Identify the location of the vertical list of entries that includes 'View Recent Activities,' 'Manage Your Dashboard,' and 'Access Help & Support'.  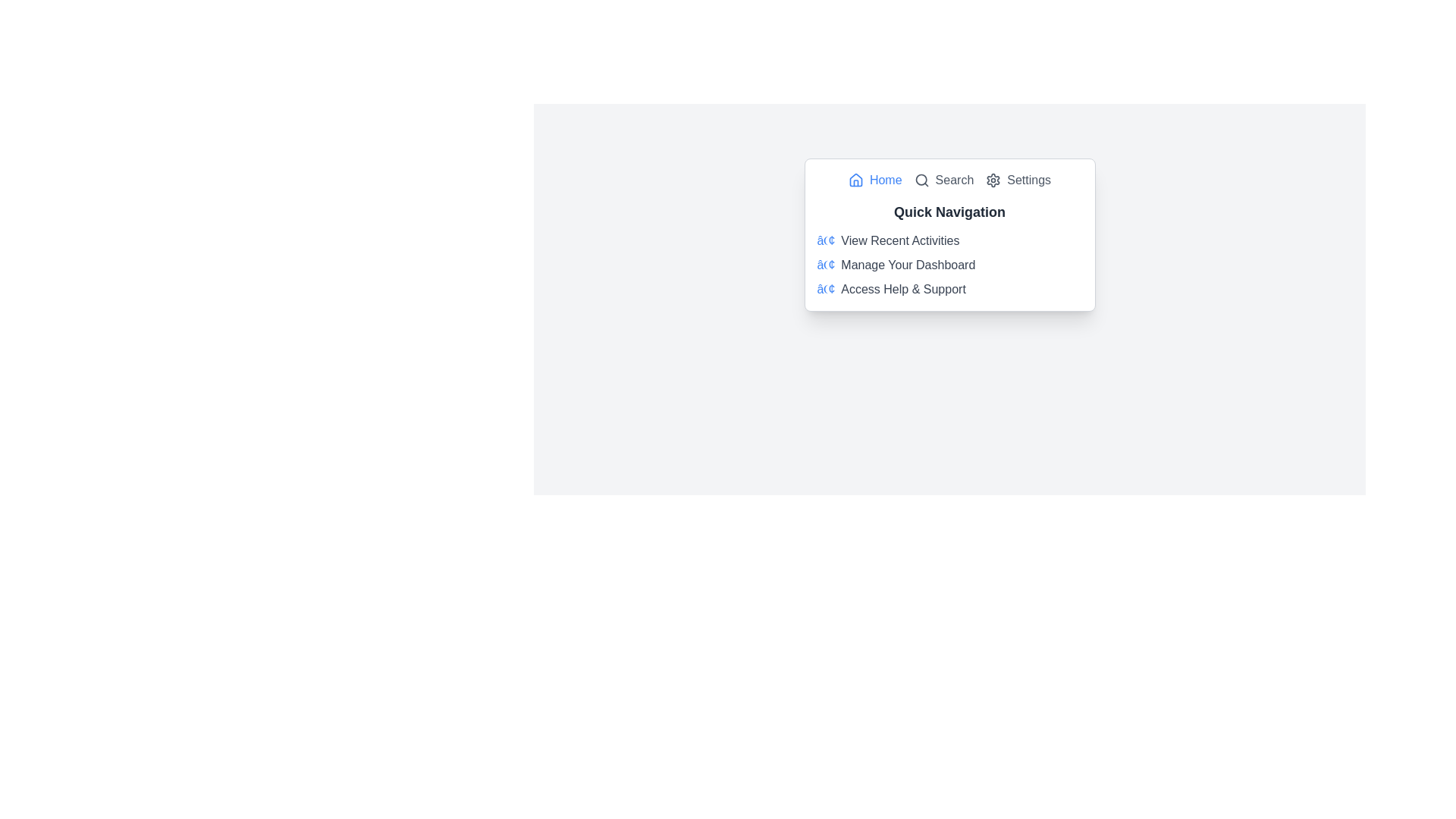
(949, 265).